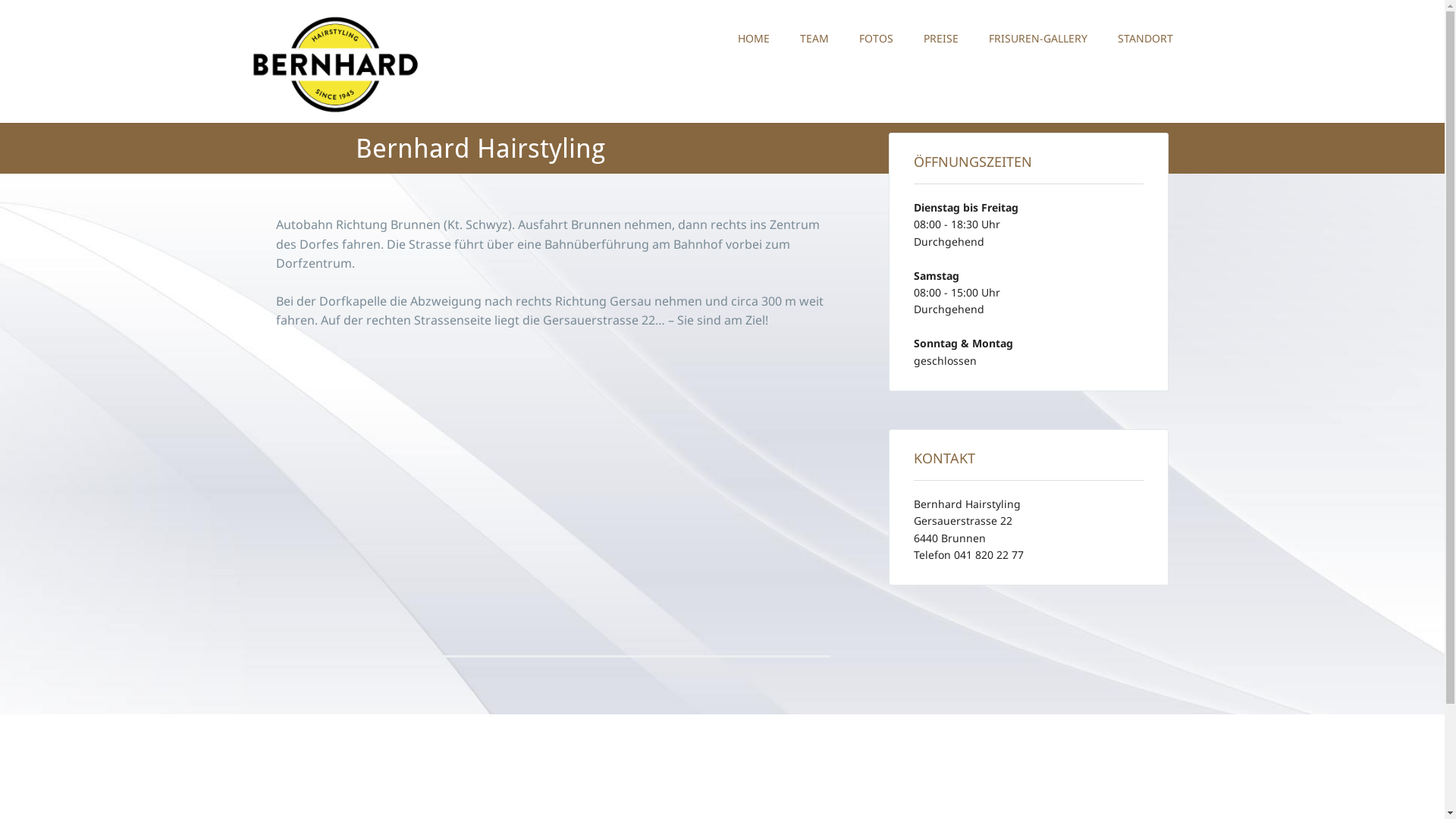 Image resolution: width=1456 pixels, height=819 pixels. I want to click on 'HOME', so click(753, 37).